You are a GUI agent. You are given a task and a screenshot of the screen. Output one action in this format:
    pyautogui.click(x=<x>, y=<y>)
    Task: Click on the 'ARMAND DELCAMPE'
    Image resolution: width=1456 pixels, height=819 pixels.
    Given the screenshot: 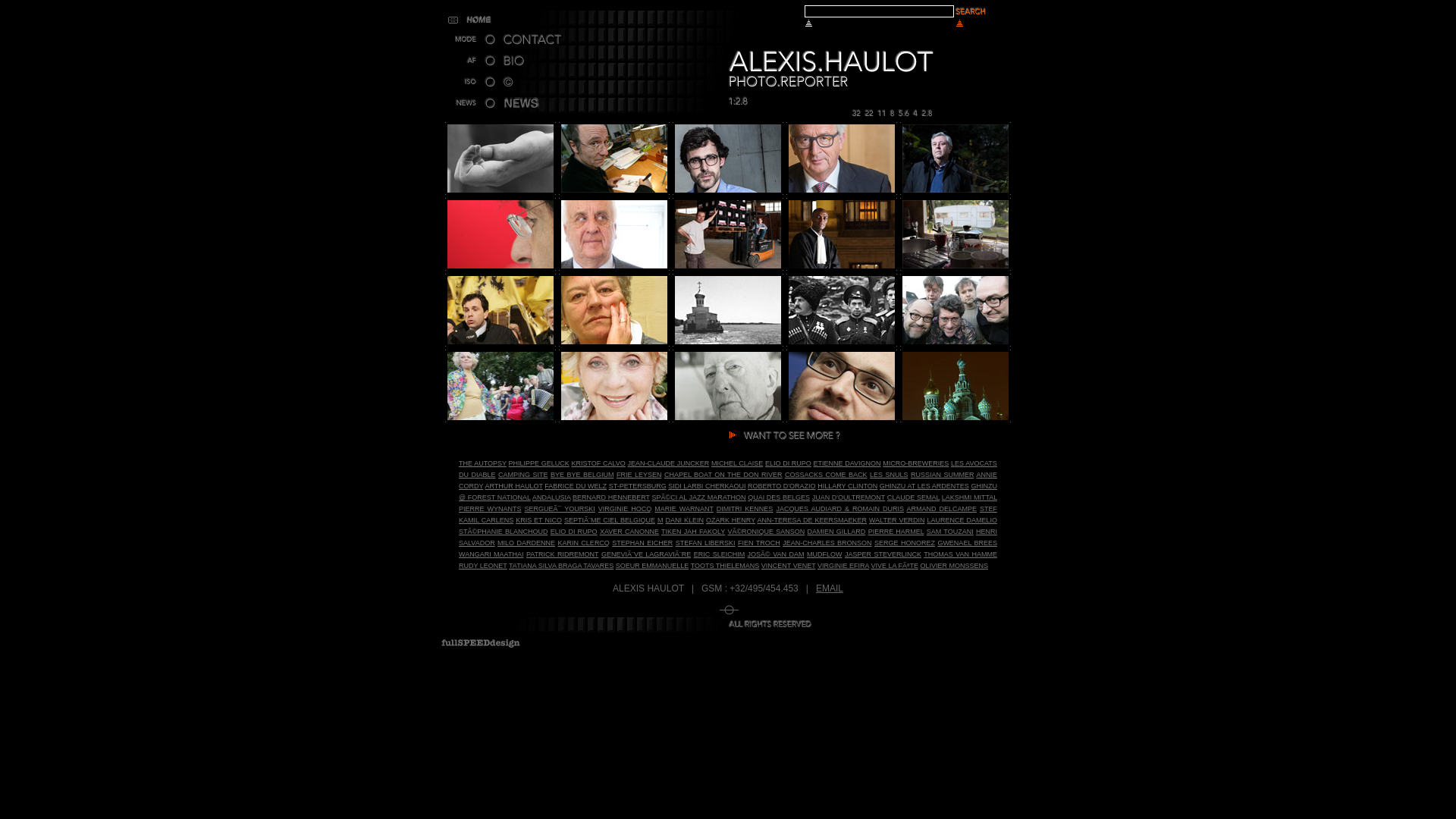 What is the action you would take?
    pyautogui.click(x=940, y=509)
    